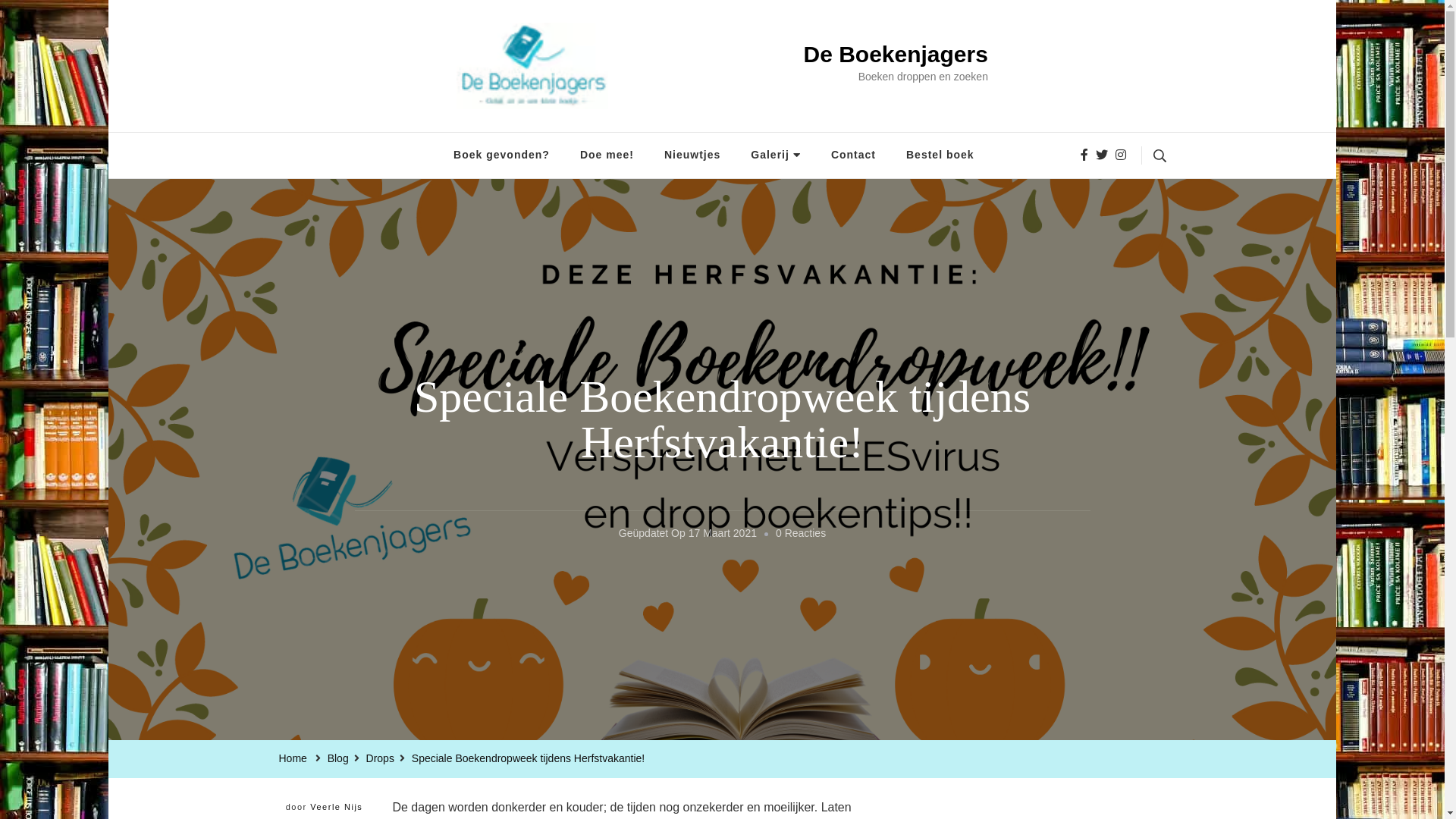 This screenshot has height=819, width=1456. Describe the element at coordinates (895, 53) in the screenshot. I see `'De Boekenjagers'` at that location.